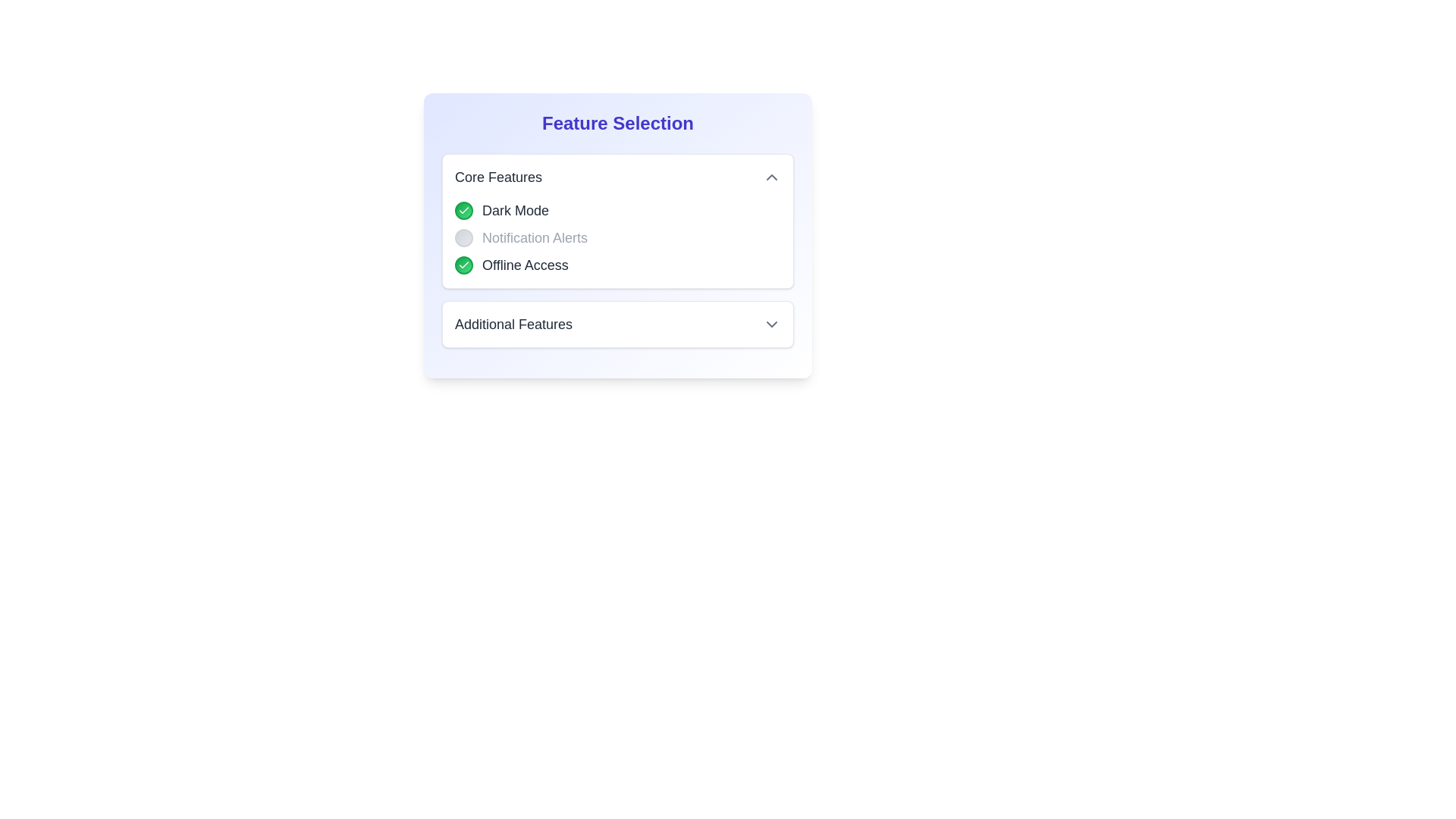 The width and height of the screenshot is (1456, 819). Describe the element at coordinates (525, 265) in the screenshot. I see `the 'Offline Access' text label, which is the third item in the 'Core Features' section and is adjacent to a green circular icon with a white checkmark` at that location.